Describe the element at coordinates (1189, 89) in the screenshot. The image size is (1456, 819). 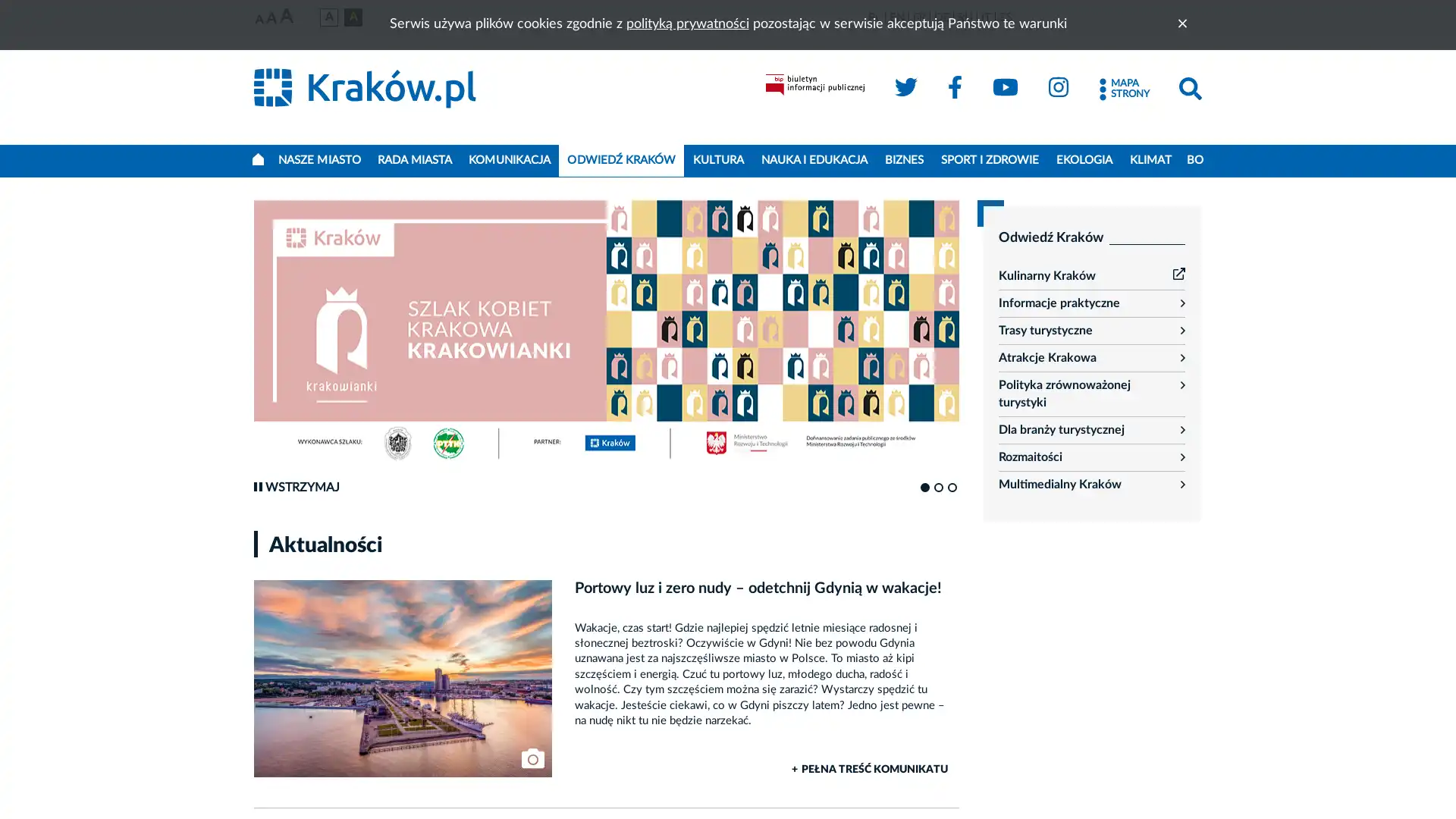
I see `Szukaj` at that location.